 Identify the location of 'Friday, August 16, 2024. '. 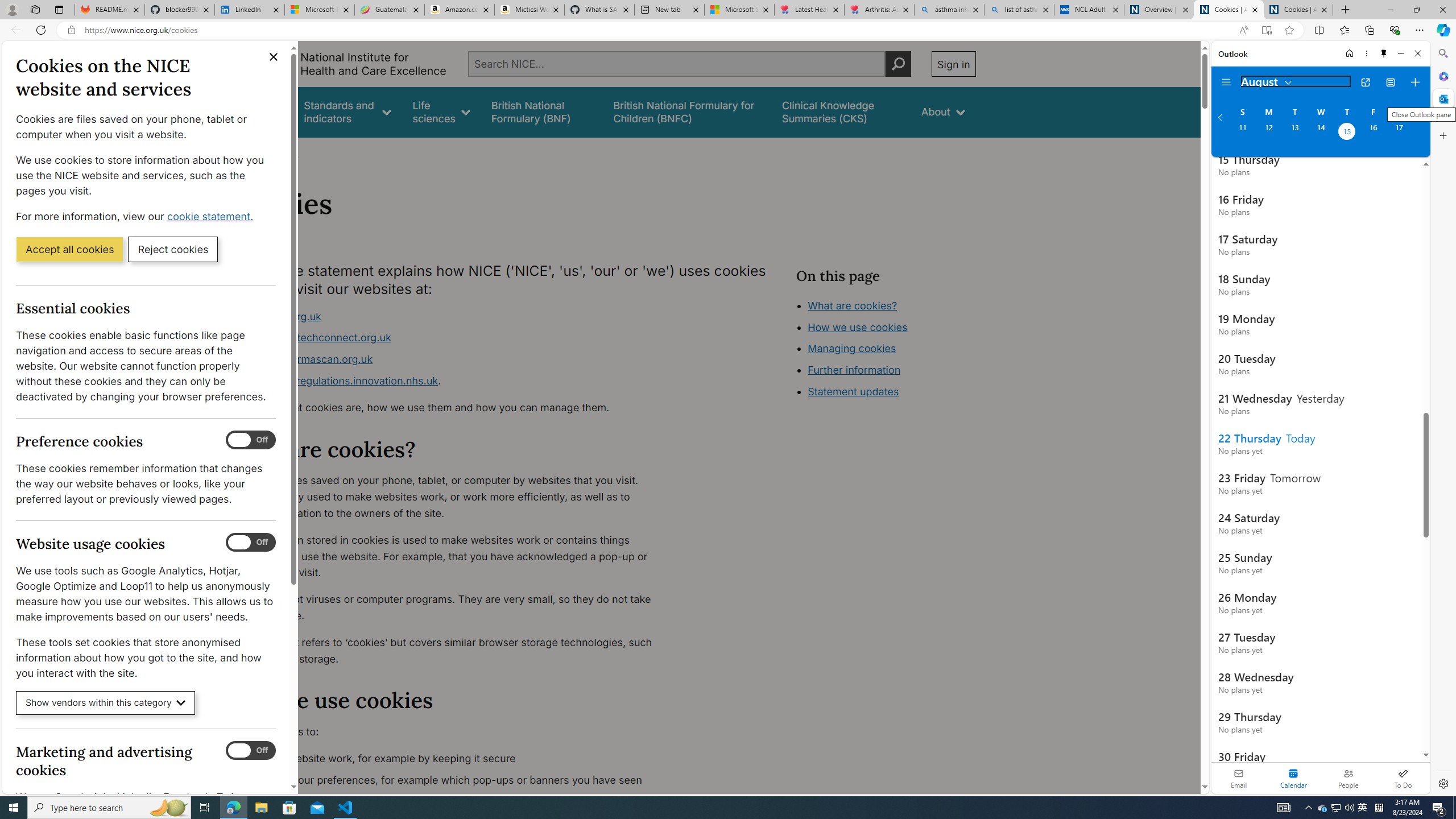
(1372, 133).